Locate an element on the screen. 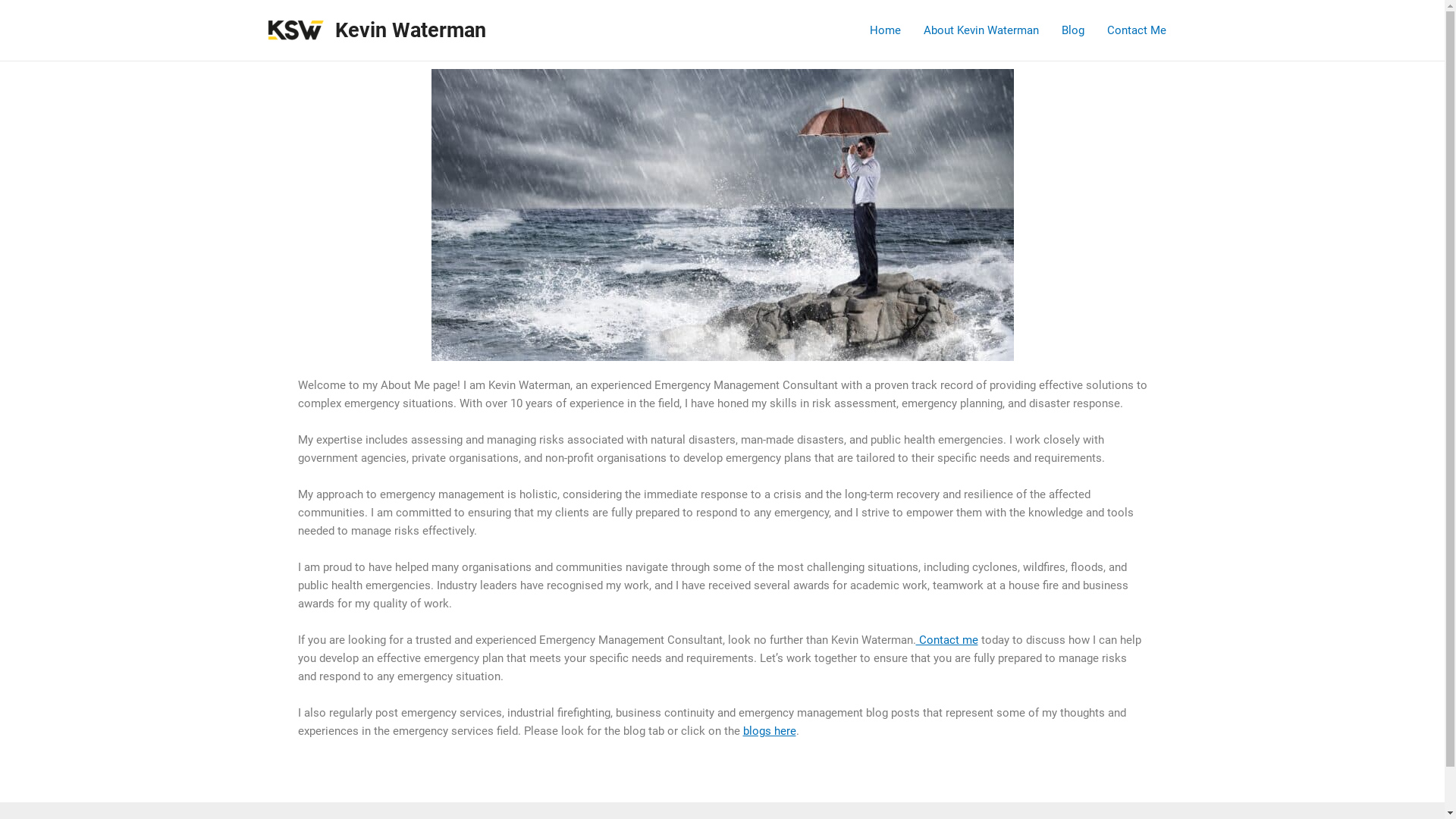 The width and height of the screenshot is (1456, 819). 'Contact Me' is located at coordinates (1135, 30).